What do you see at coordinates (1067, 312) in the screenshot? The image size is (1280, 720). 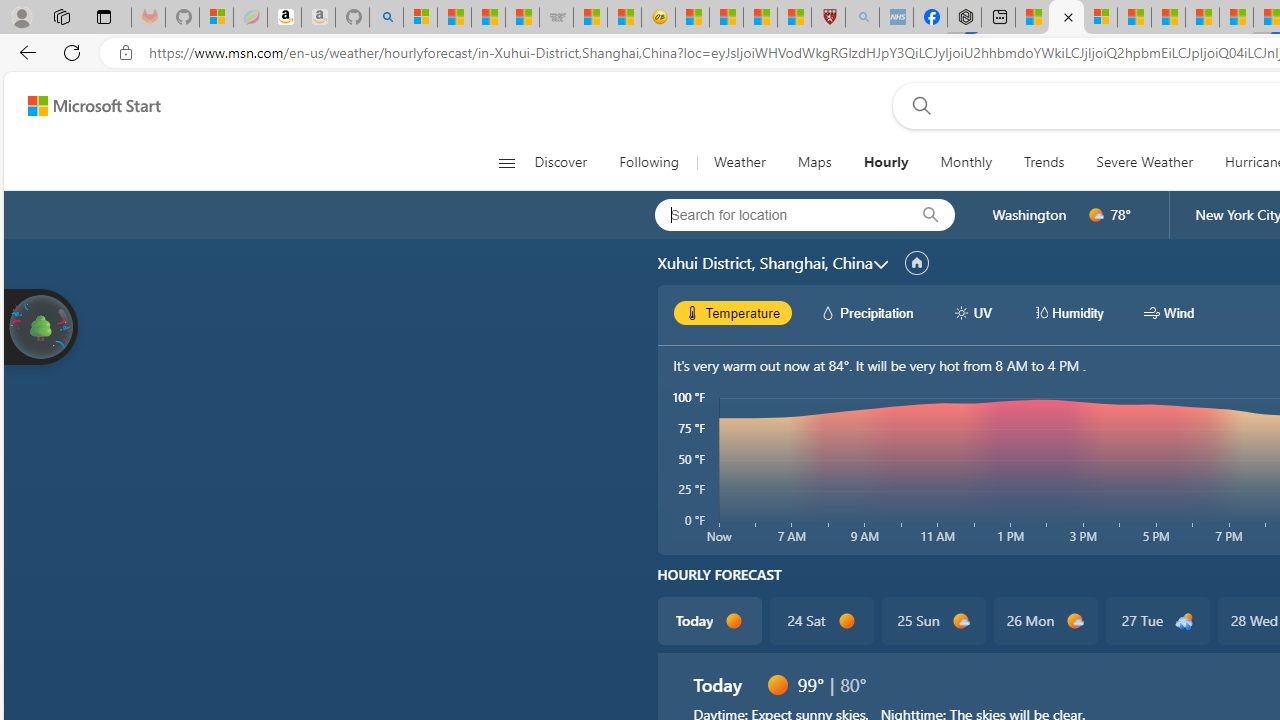 I see `'hourlyChart/humidityWhite Humidity'` at bounding box center [1067, 312].